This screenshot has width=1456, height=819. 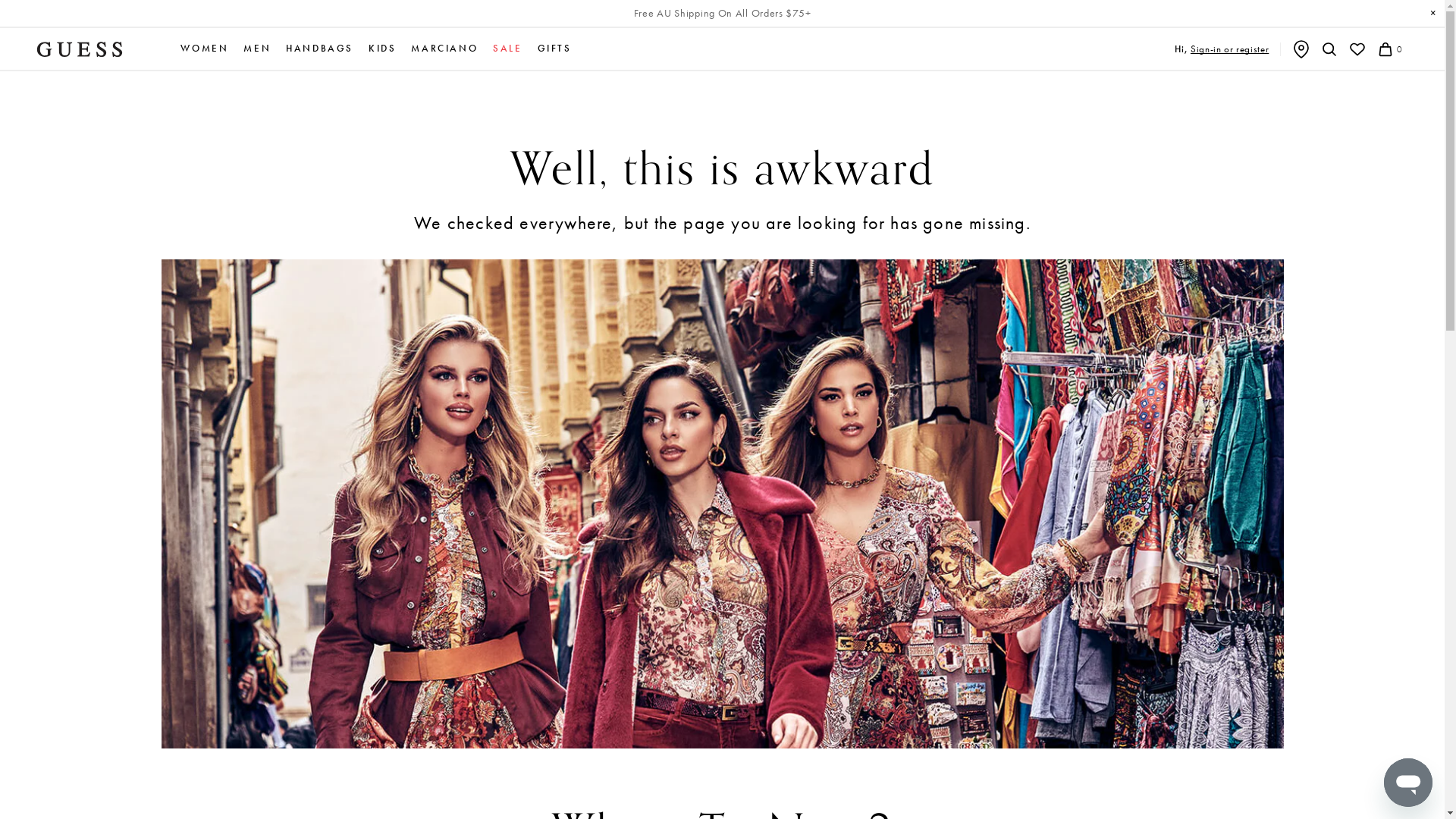 I want to click on '0', so click(x=1376, y=49).